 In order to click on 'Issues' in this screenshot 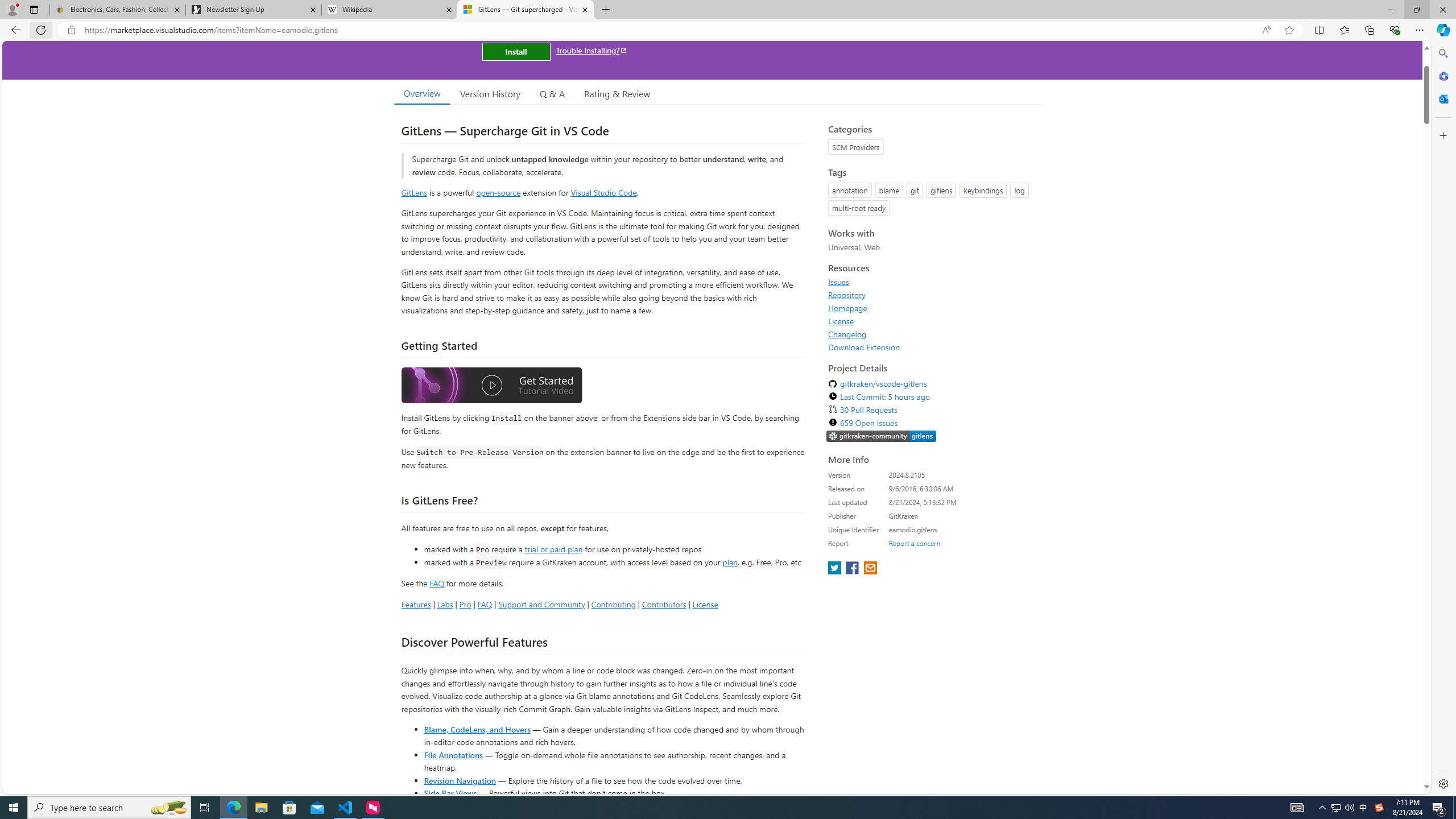, I will do `click(838, 282)`.